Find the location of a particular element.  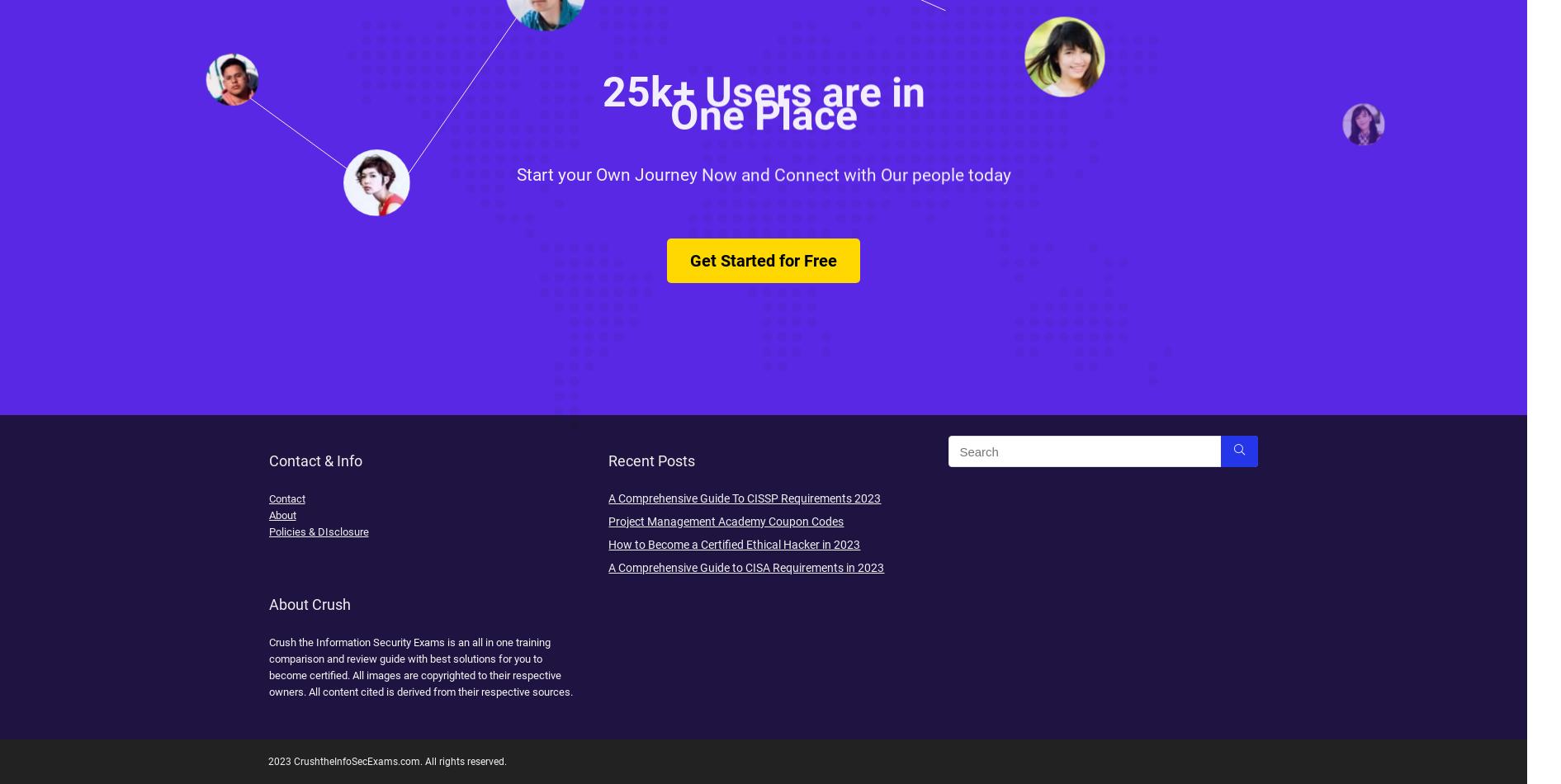

'Crush the Information Security Exams is an all in one training comparison and review guide with best solutions for you to become certified. All images are copyrighted to their respective owners. All content cited is derived from their respective sources.' is located at coordinates (420, 666).